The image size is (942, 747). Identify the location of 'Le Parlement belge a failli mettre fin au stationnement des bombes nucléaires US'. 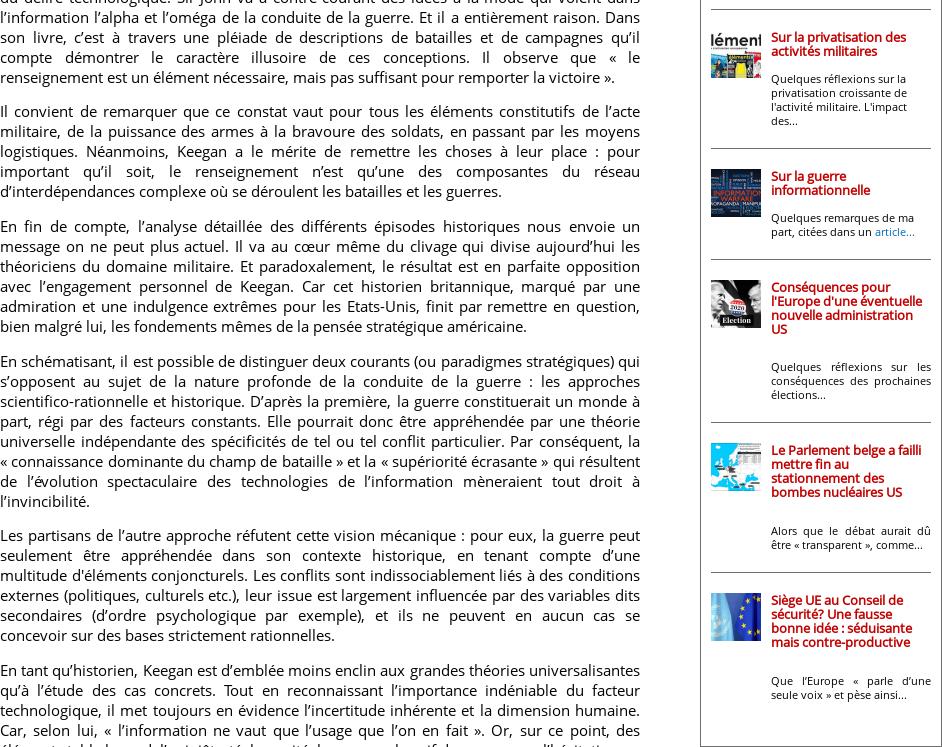
(771, 469).